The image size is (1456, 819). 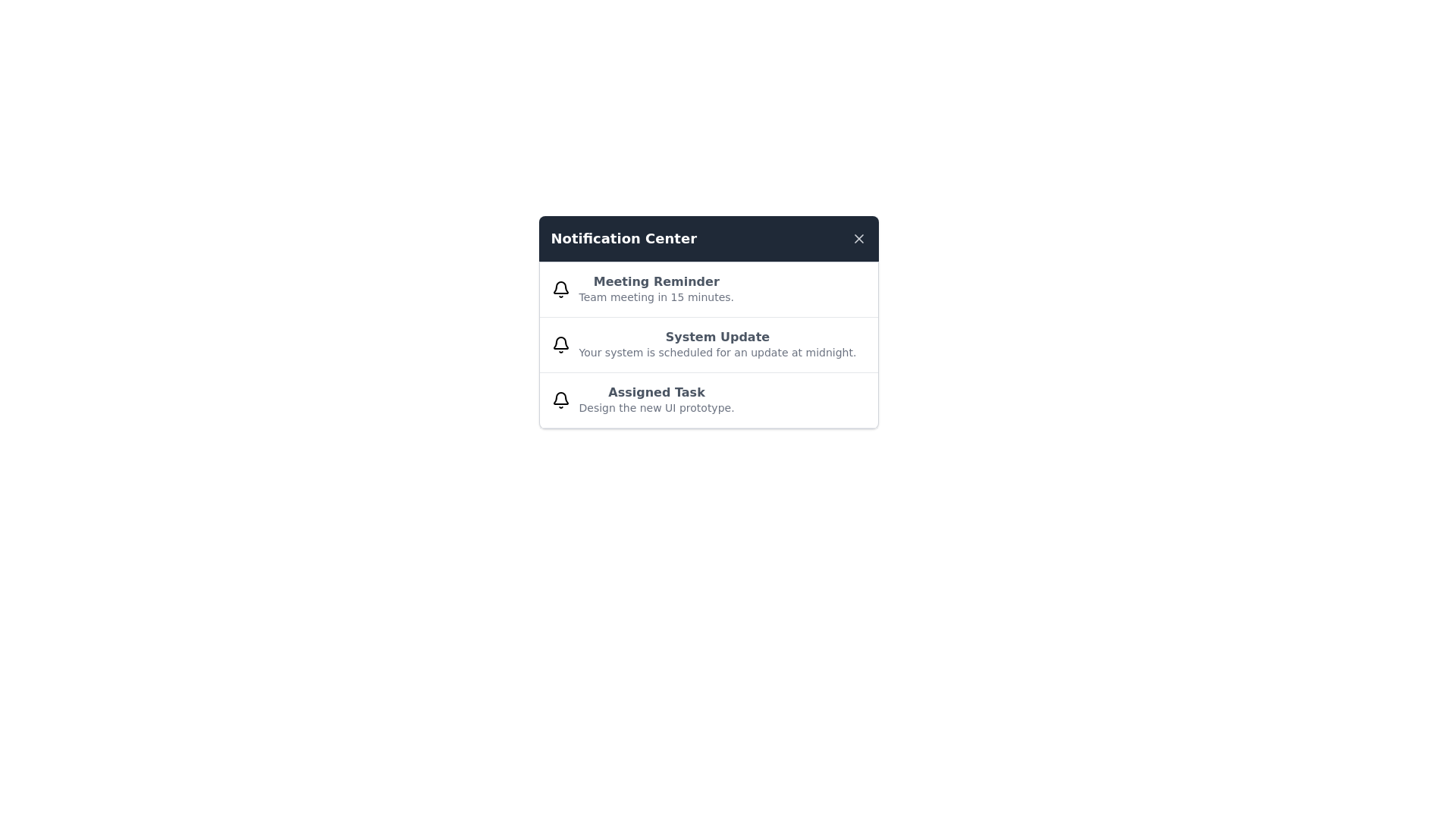 What do you see at coordinates (560, 345) in the screenshot?
I see `the bell icon in the notification panel, which is styled with a thin outline and is positioned to the left of the 'System Update' text` at bounding box center [560, 345].